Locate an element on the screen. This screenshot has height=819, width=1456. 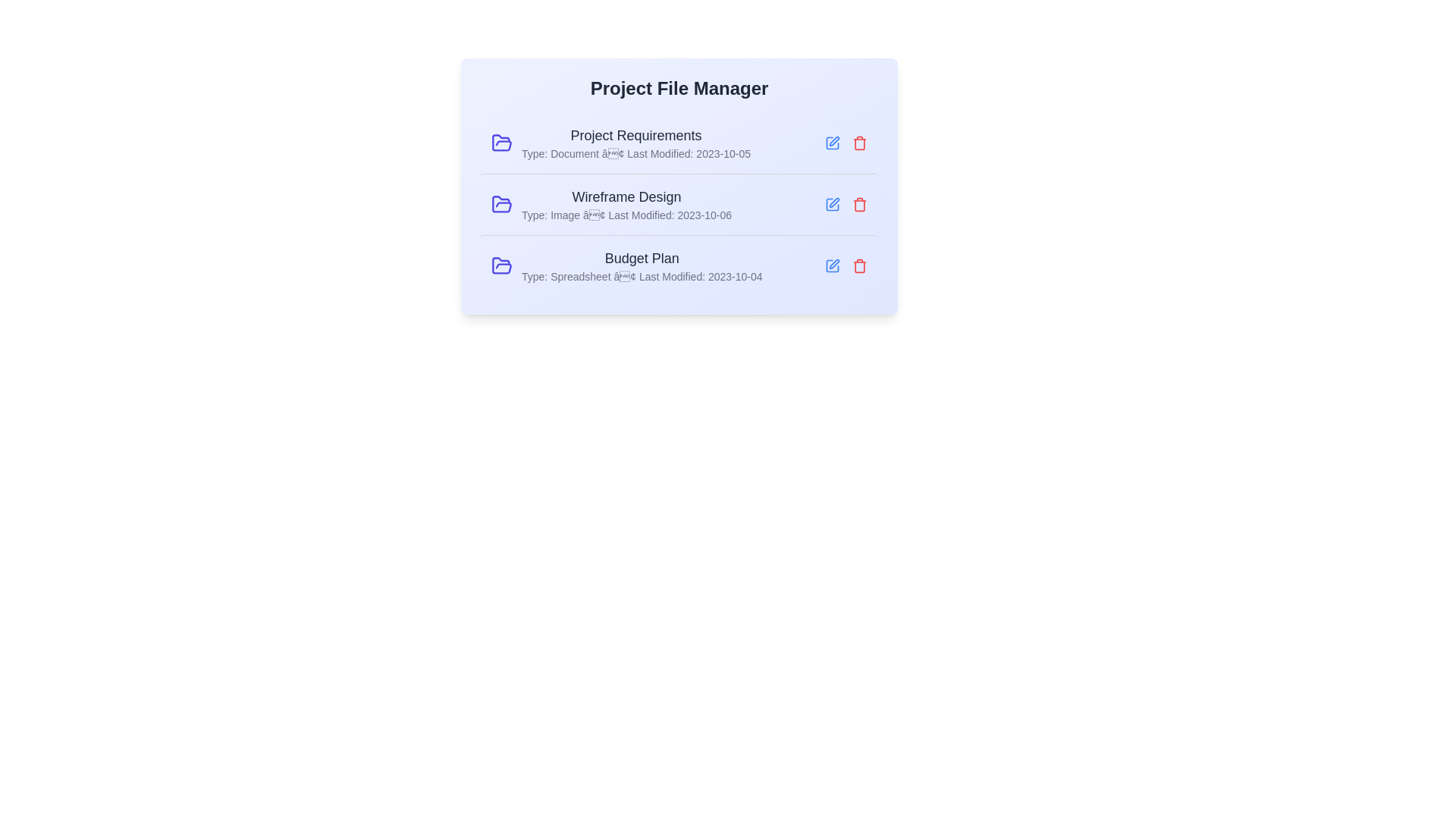
the file Budget Plan by clicking its Trash button is located at coordinates (859, 265).